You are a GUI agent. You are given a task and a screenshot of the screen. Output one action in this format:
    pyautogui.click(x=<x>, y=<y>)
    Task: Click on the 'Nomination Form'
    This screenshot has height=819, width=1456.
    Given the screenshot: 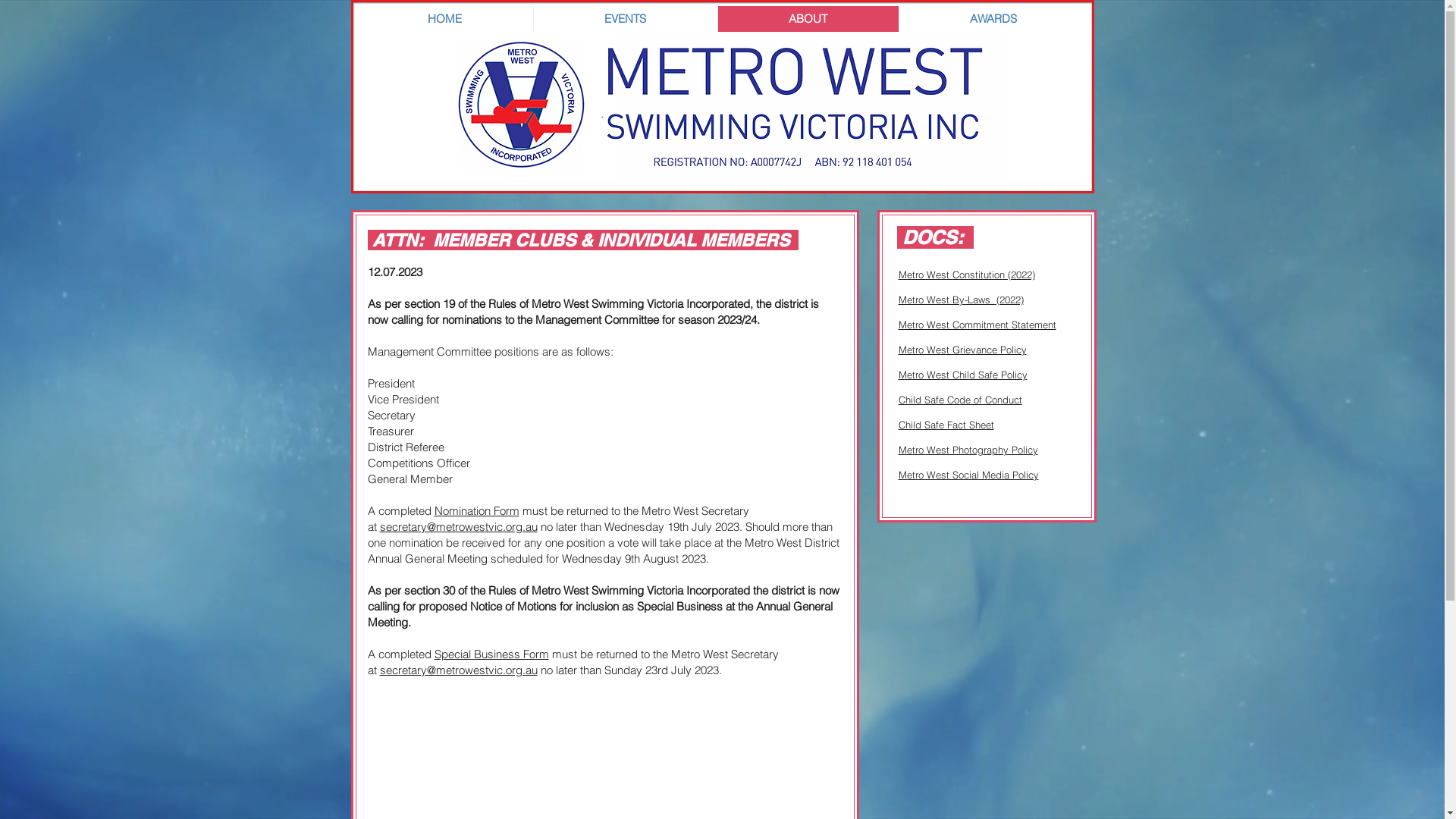 What is the action you would take?
    pyautogui.click(x=475, y=510)
    